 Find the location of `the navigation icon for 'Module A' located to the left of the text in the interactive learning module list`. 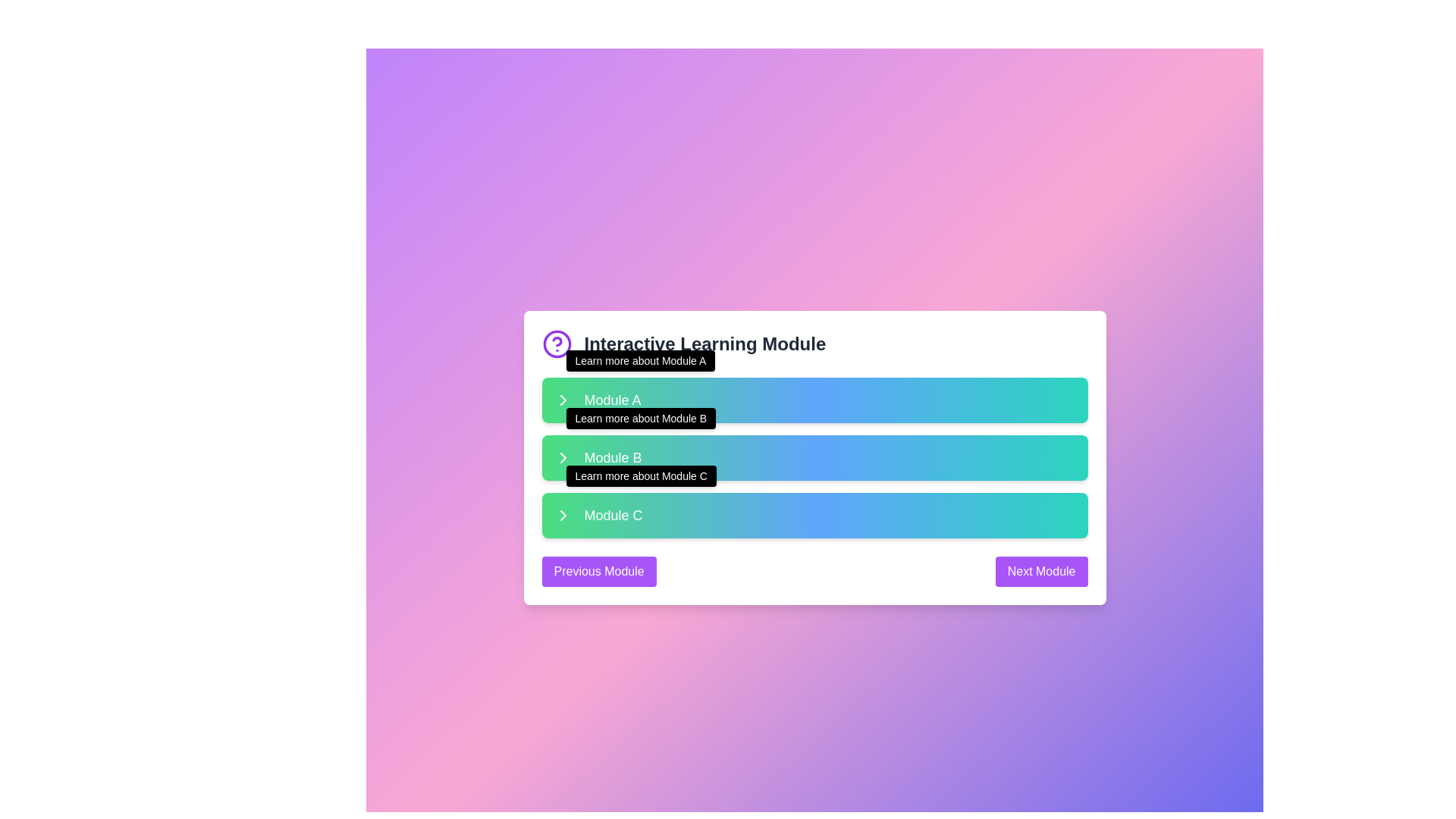

the navigation icon for 'Module A' located to the left of the text in the interactive learning module list is located at coordinates (562, 400).